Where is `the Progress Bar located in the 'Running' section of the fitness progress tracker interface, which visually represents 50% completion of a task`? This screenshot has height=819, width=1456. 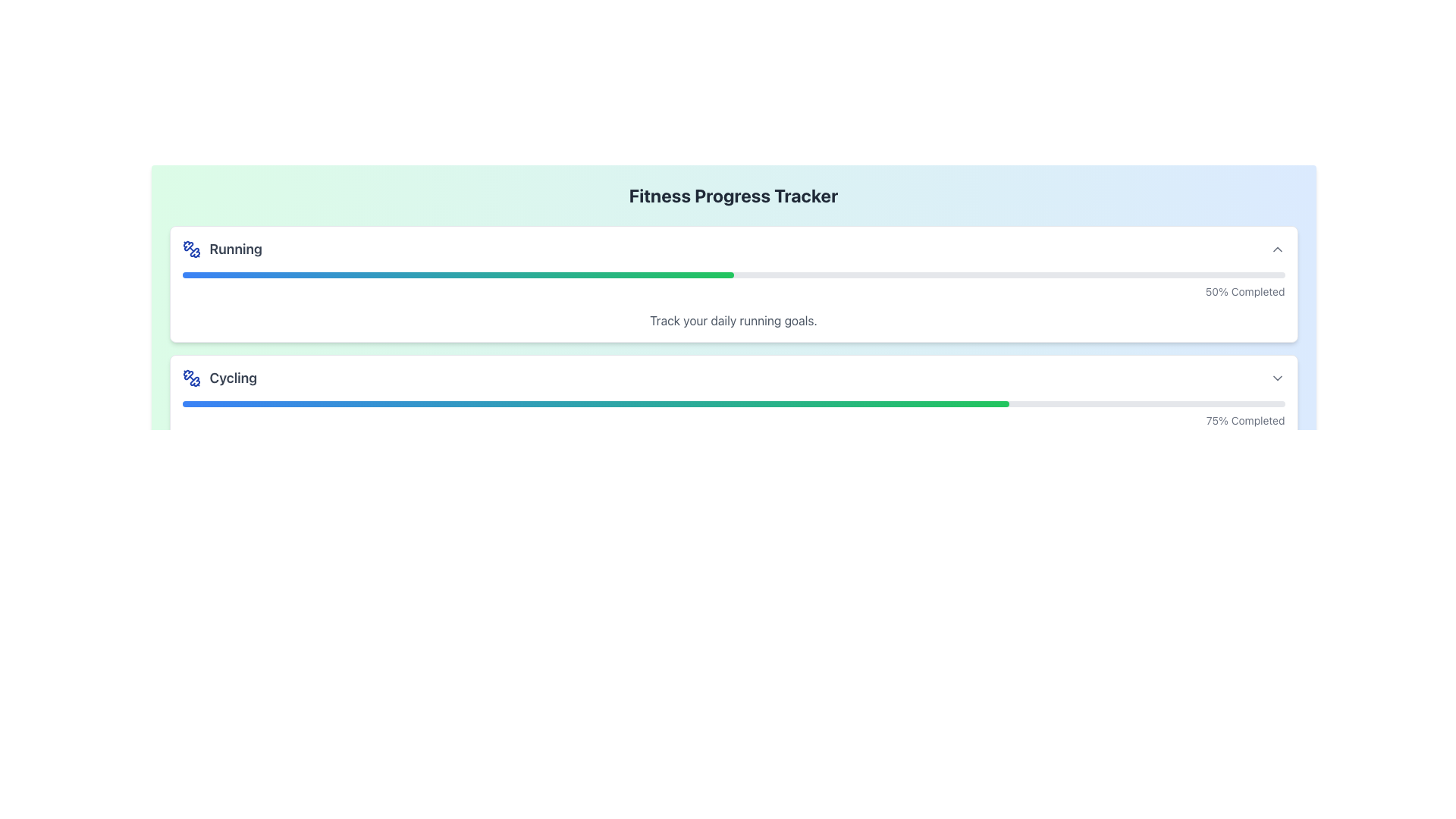
the Progress Bar located in the 'Running' section of the fitness progress tracker interface, which visually represents 50% completion of a task is located at coordinates (733, 275).